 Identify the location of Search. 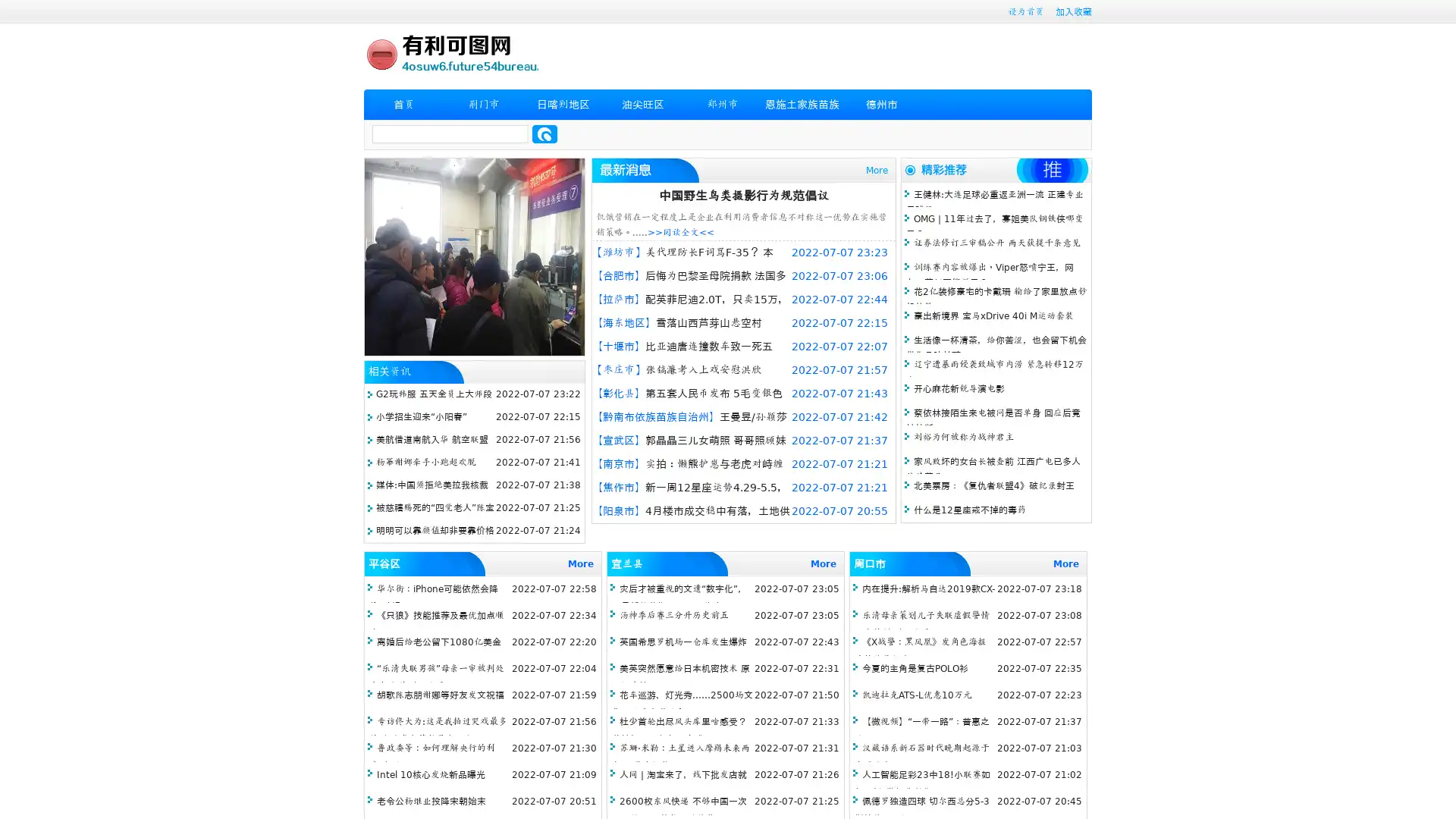
(544, 133).